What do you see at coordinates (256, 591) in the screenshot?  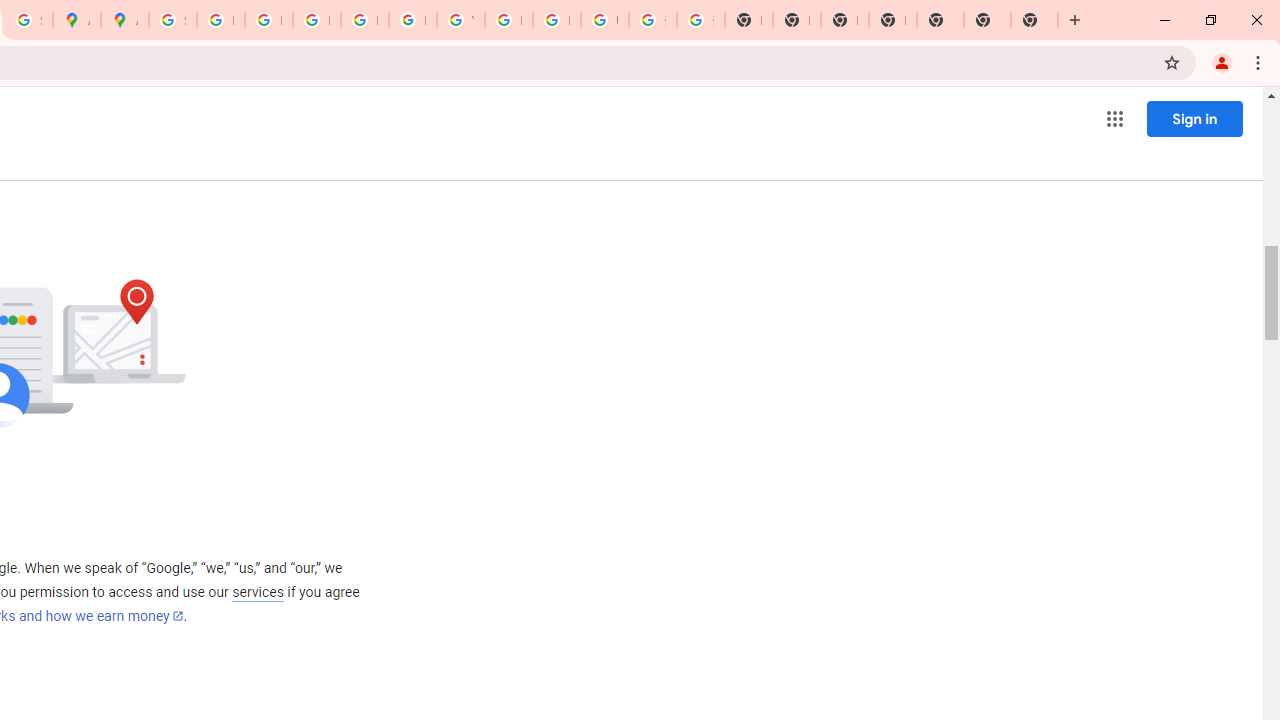 I see `'services'` at bounding box center [256, 591].